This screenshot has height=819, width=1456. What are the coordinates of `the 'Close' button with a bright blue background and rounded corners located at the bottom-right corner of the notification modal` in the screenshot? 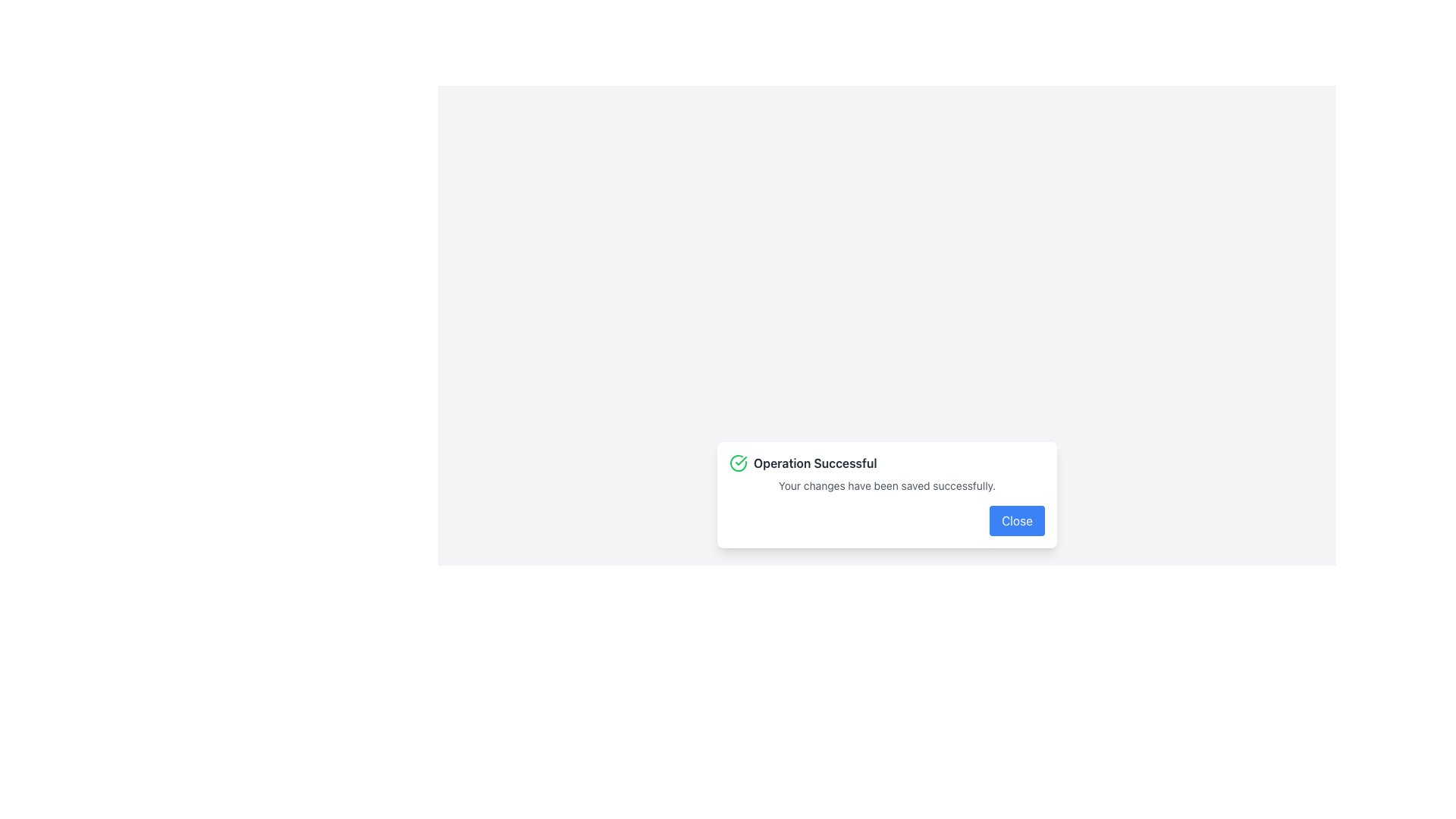 It's located at (1017, 519).